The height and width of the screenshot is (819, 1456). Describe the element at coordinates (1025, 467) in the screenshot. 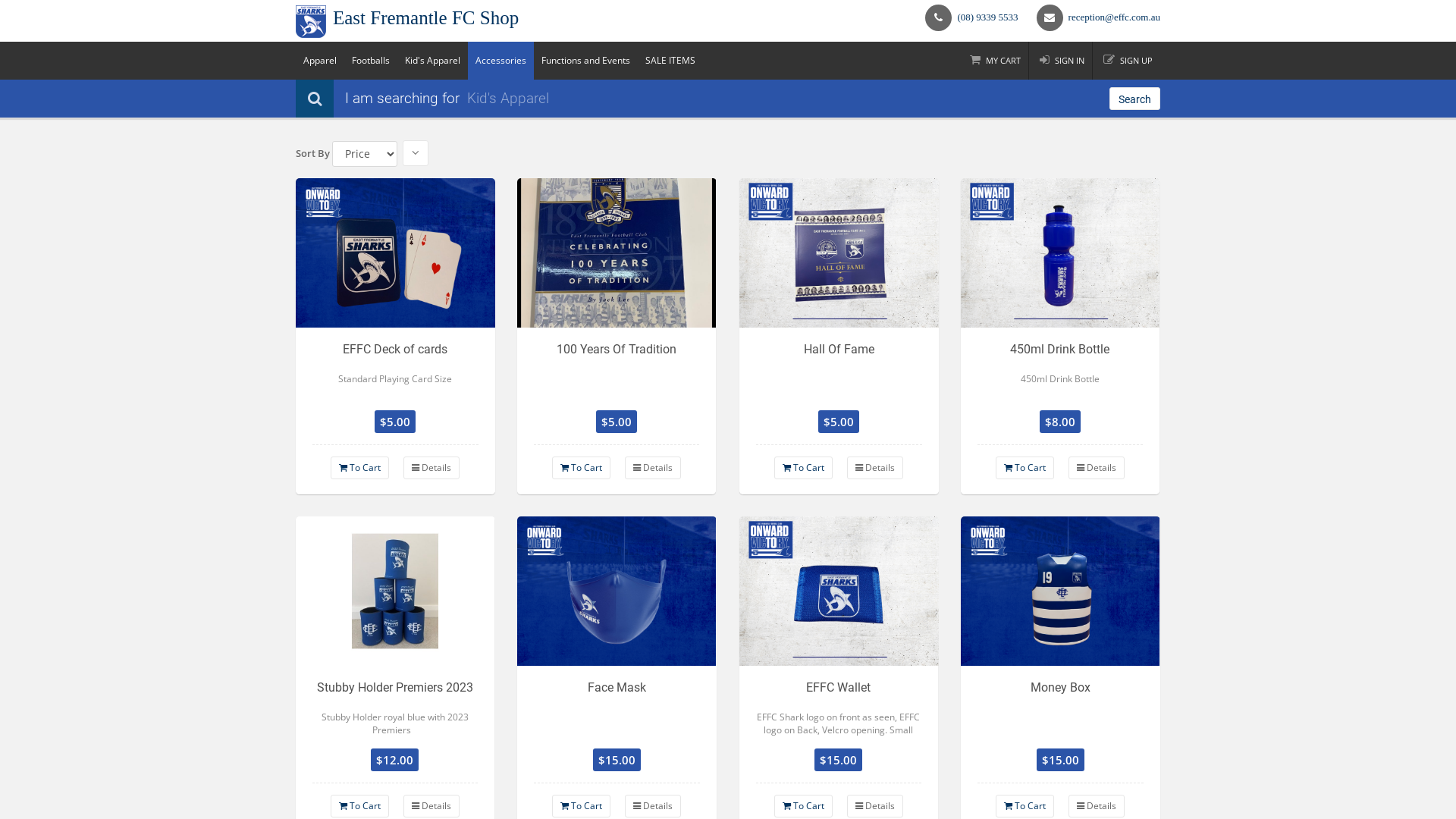

I see `'To Cart'` at that location.